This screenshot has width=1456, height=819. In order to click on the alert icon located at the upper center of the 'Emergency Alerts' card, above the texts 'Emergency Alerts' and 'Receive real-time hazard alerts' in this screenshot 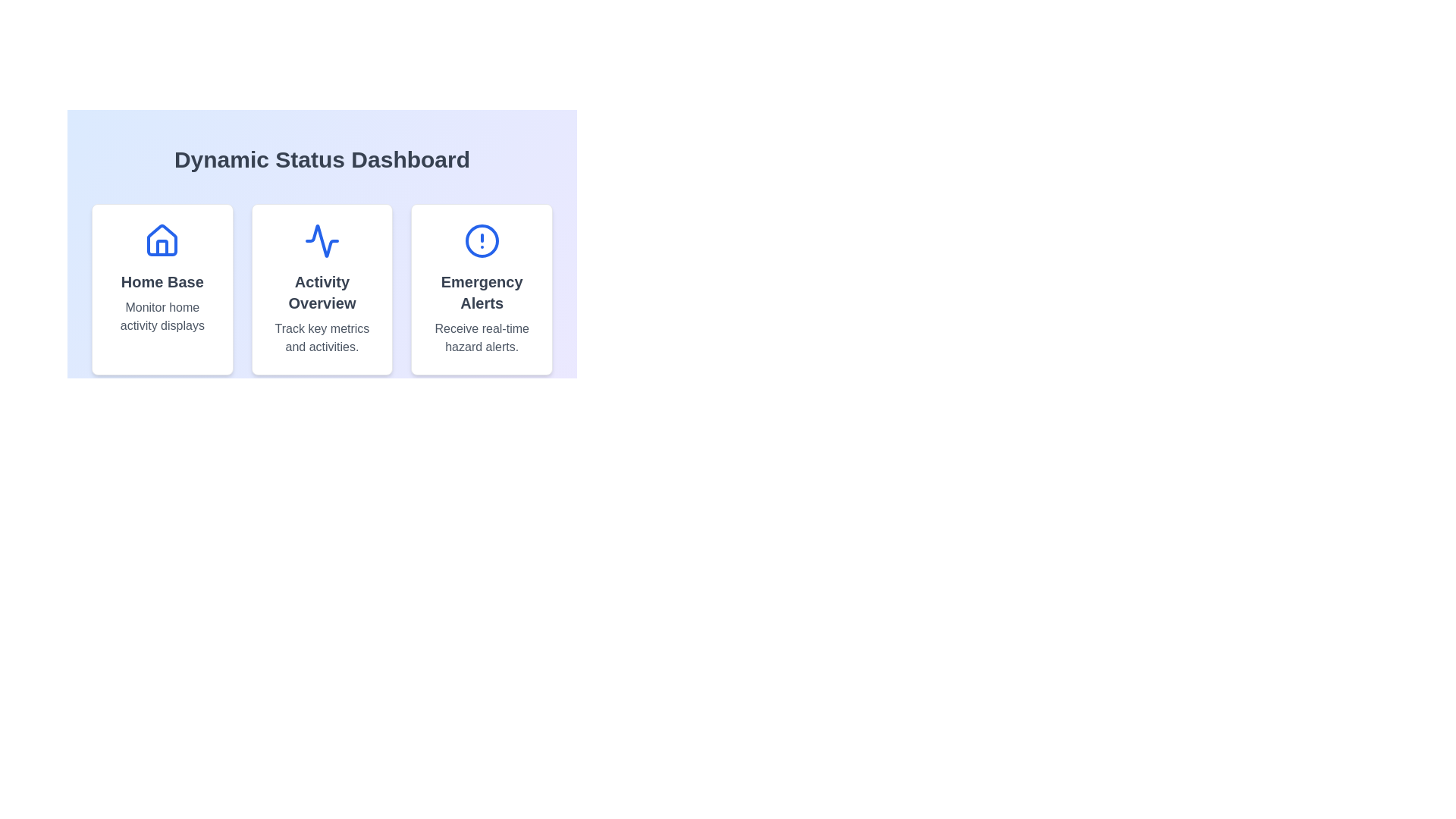, I will do `click(481, 240)`.